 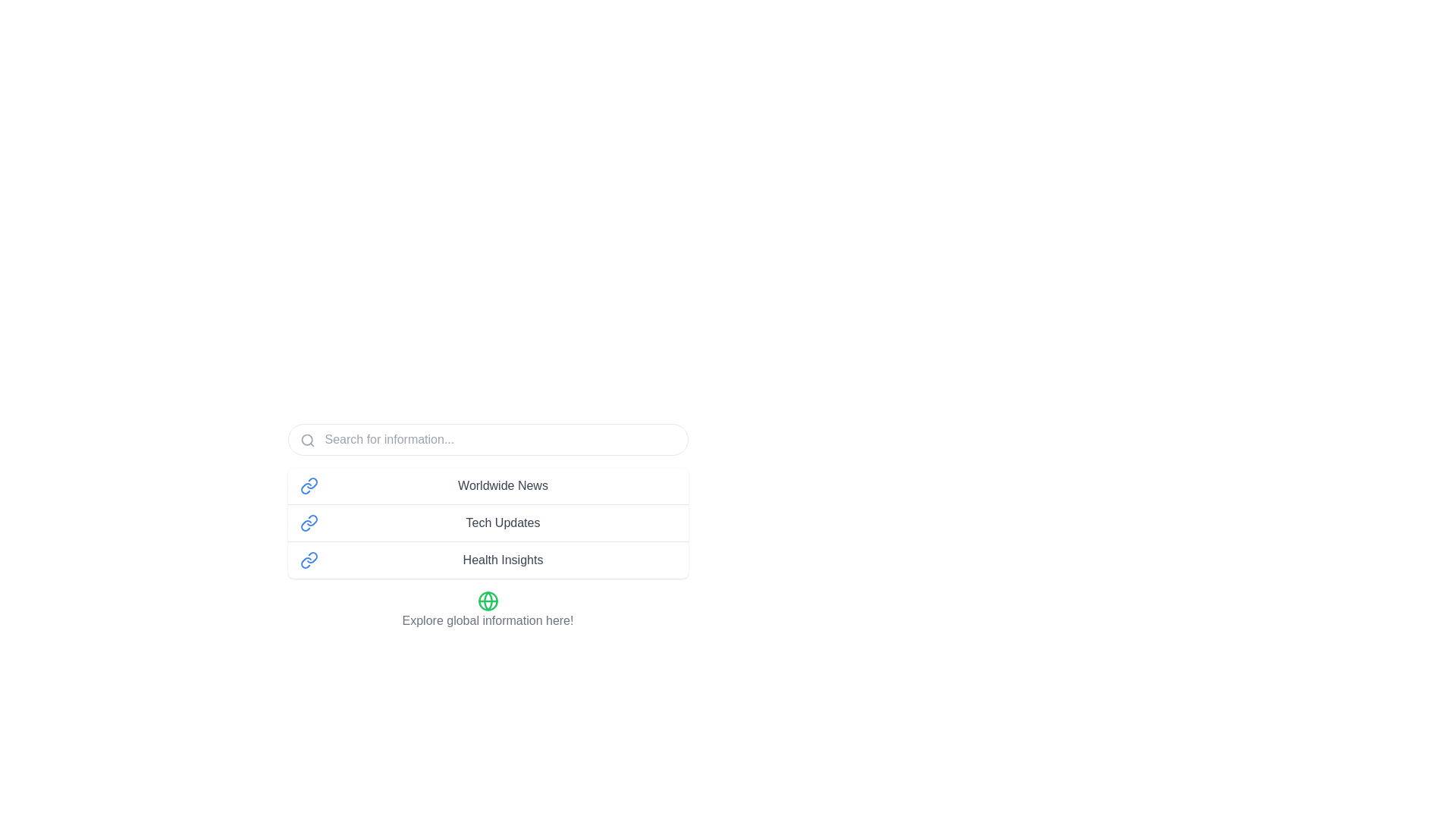 I want to click on the chain link icon representing navigation to follow the link for 'Health Insights', so click(x=305, y=563).